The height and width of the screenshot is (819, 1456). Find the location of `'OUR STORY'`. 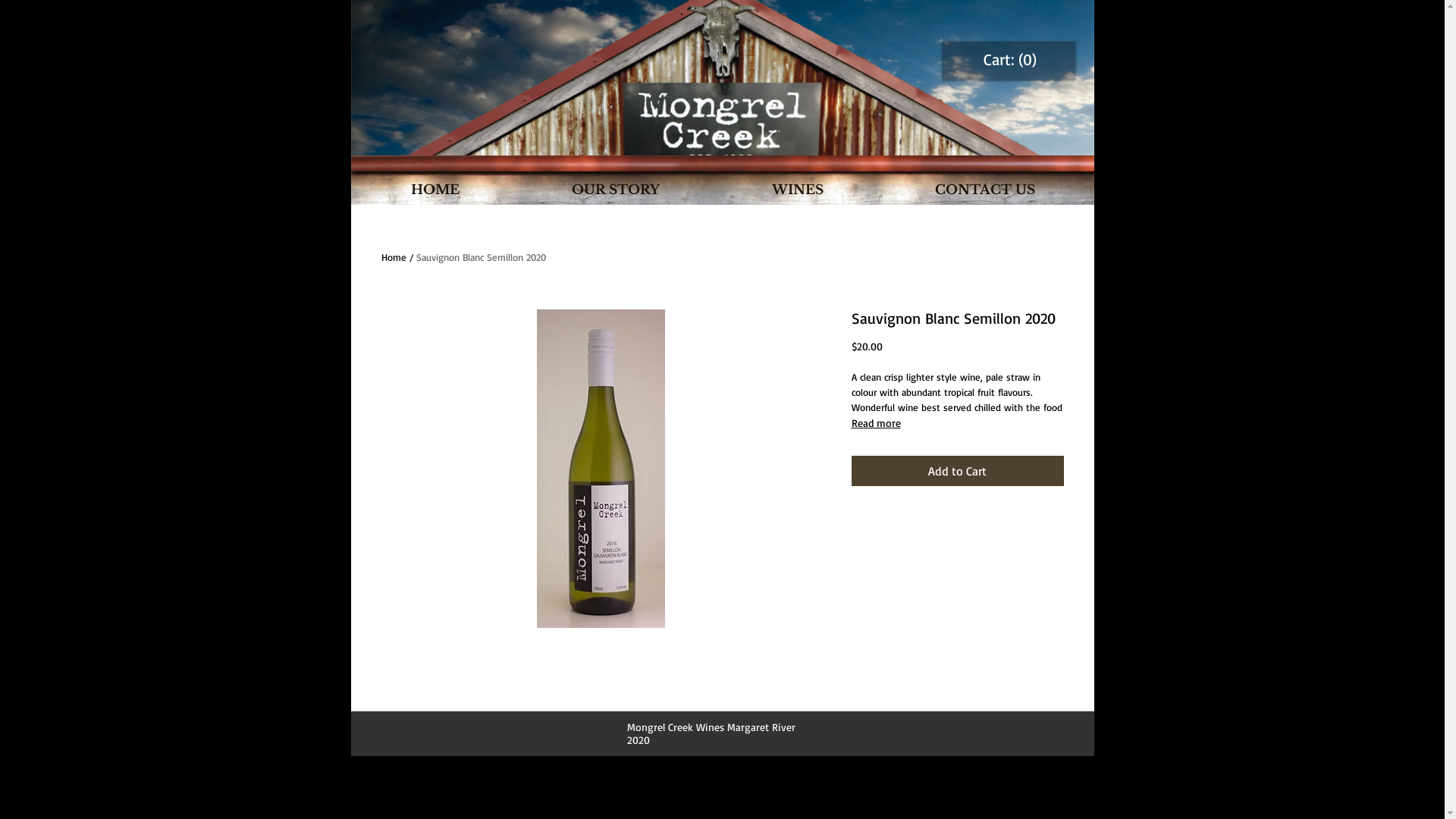

'OUR STORY' is located at coordinates (615, 189).